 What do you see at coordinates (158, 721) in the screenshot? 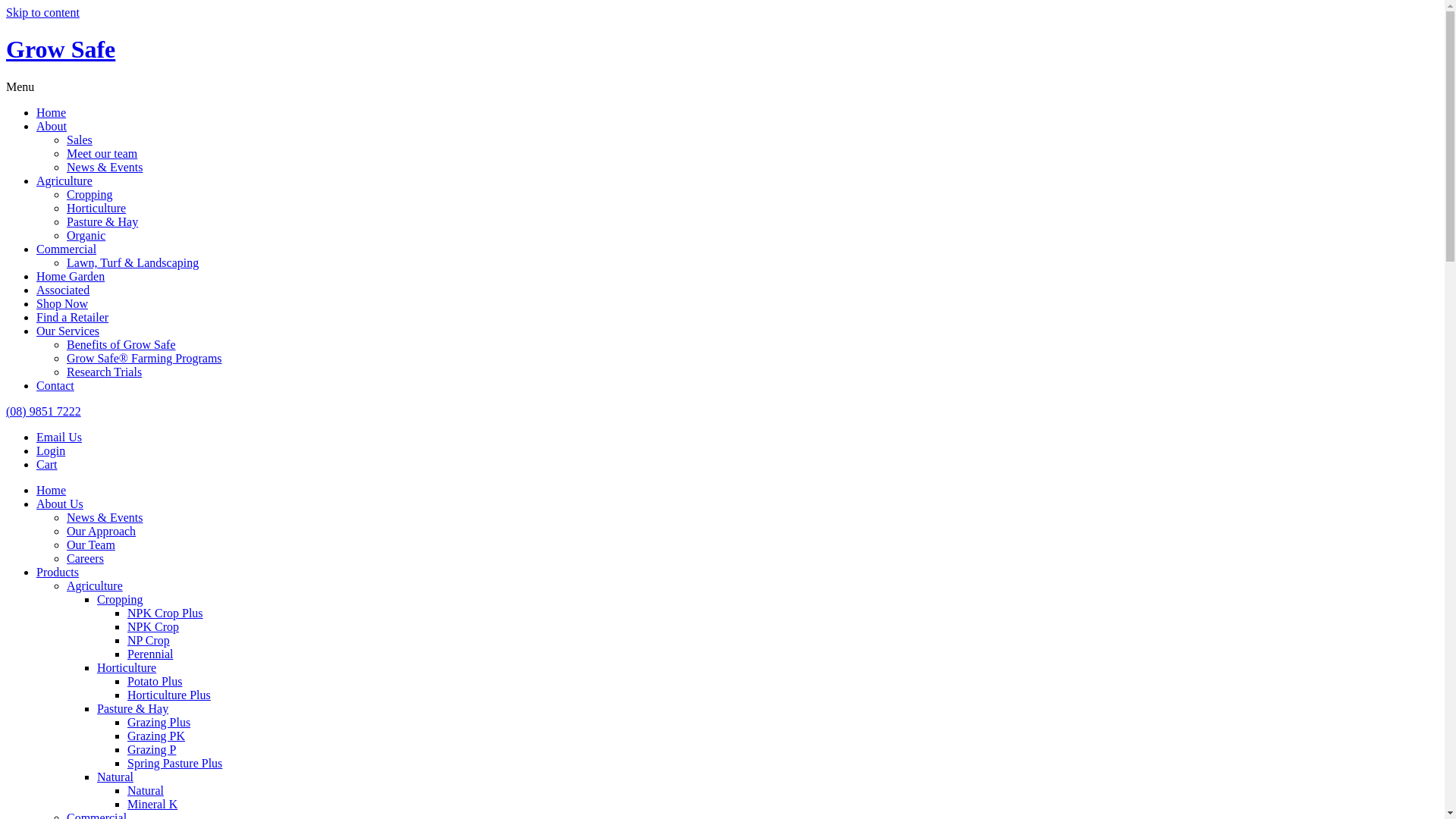
I see `'Grazing Plus'` at bounding box center [158, 721].